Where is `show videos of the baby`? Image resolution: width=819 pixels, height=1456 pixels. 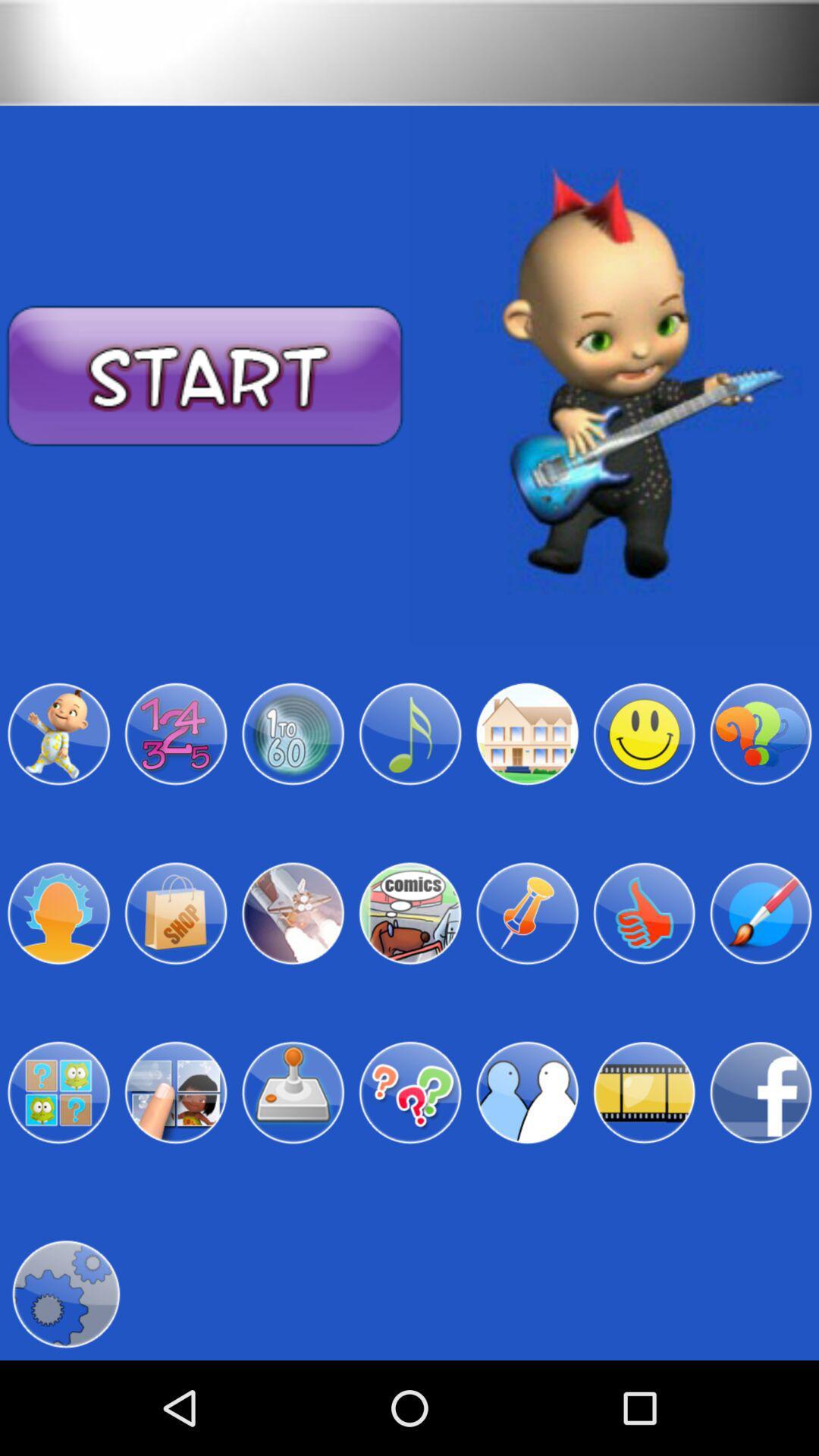 show videos of the baby is located at coordinates (644, 1093).